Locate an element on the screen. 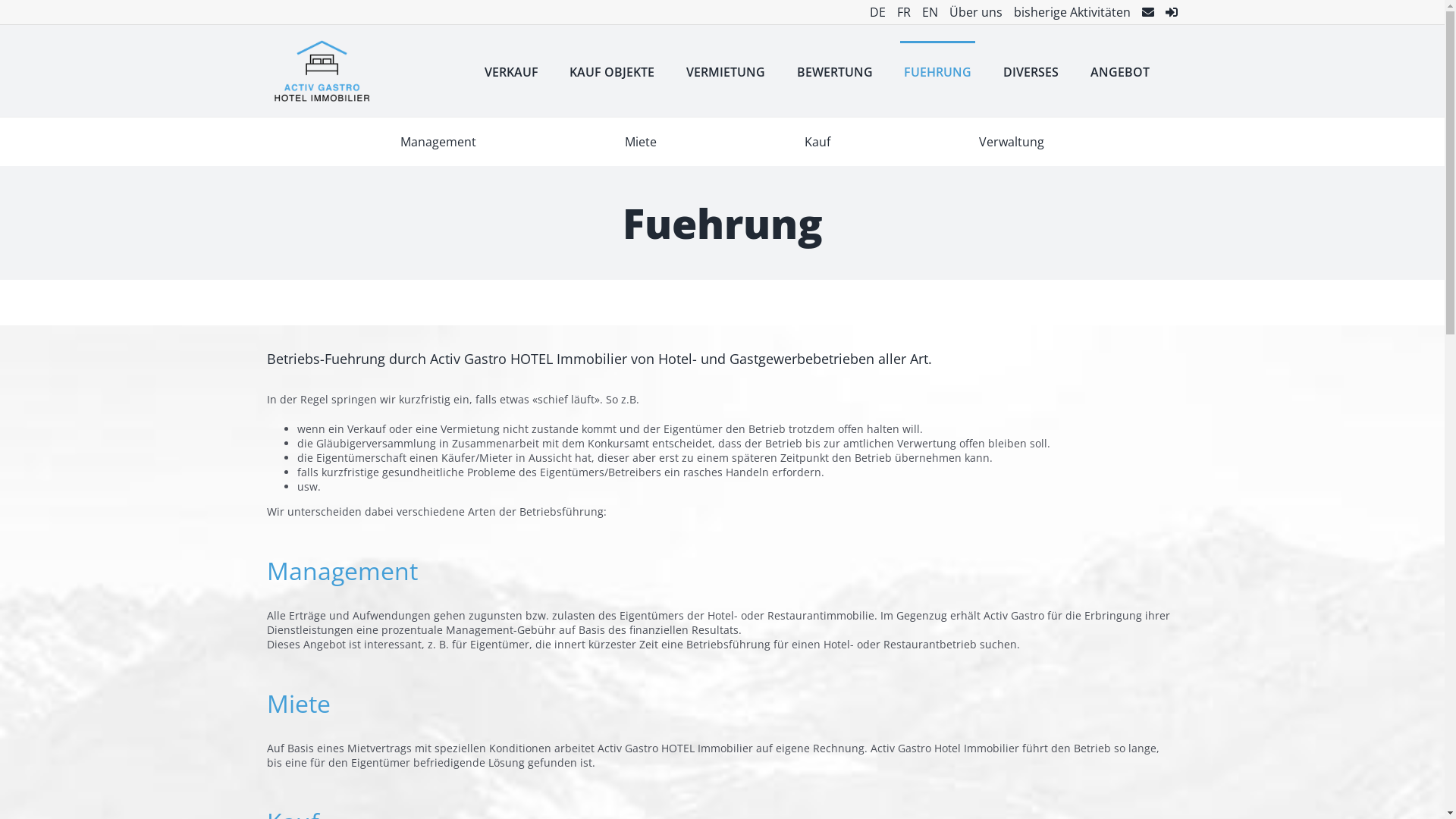 The image size is (1456, 819). 'VERMIETUNG' is located at coordinates (682, 71).